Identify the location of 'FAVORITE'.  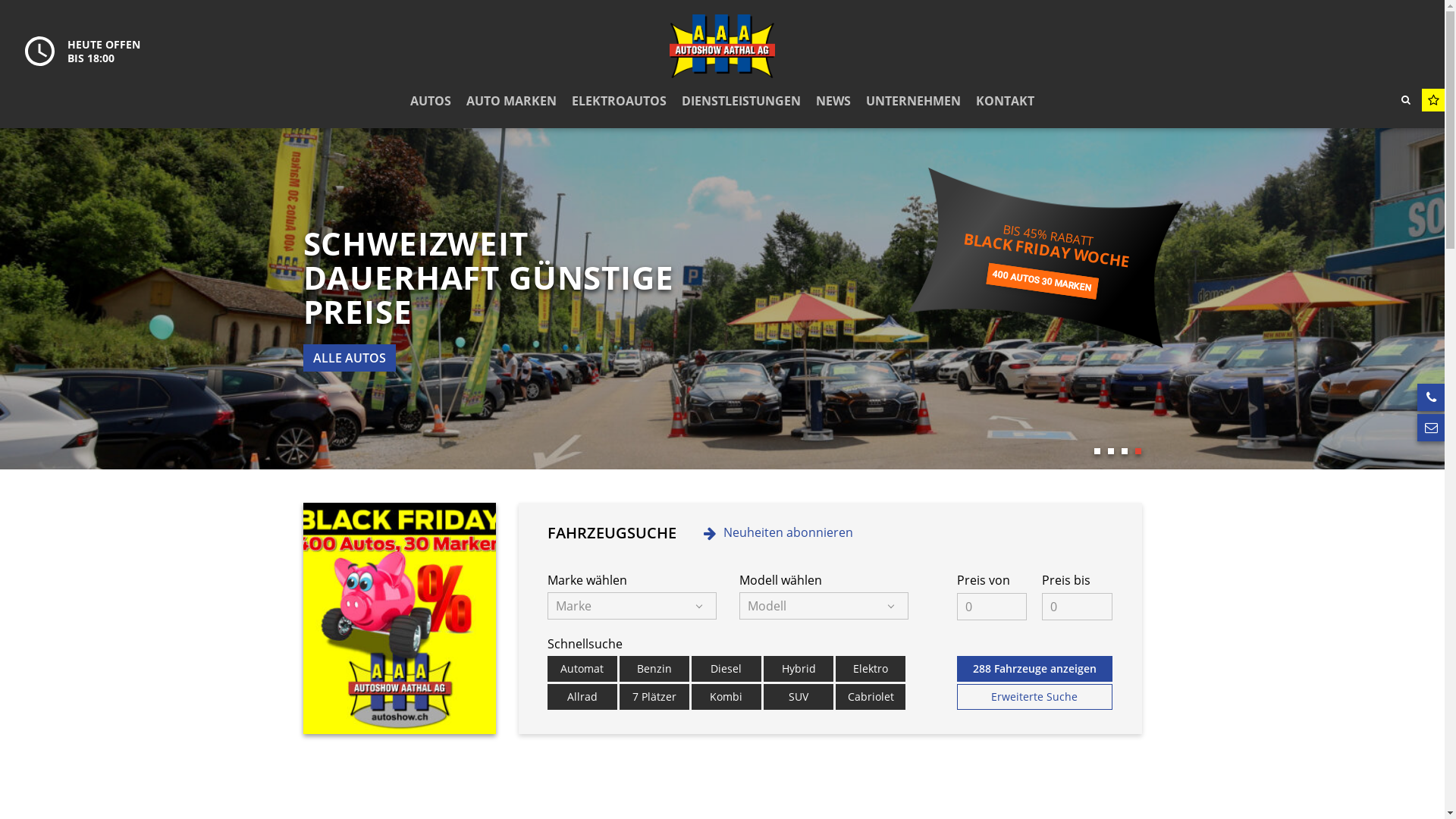
(1432, 99).